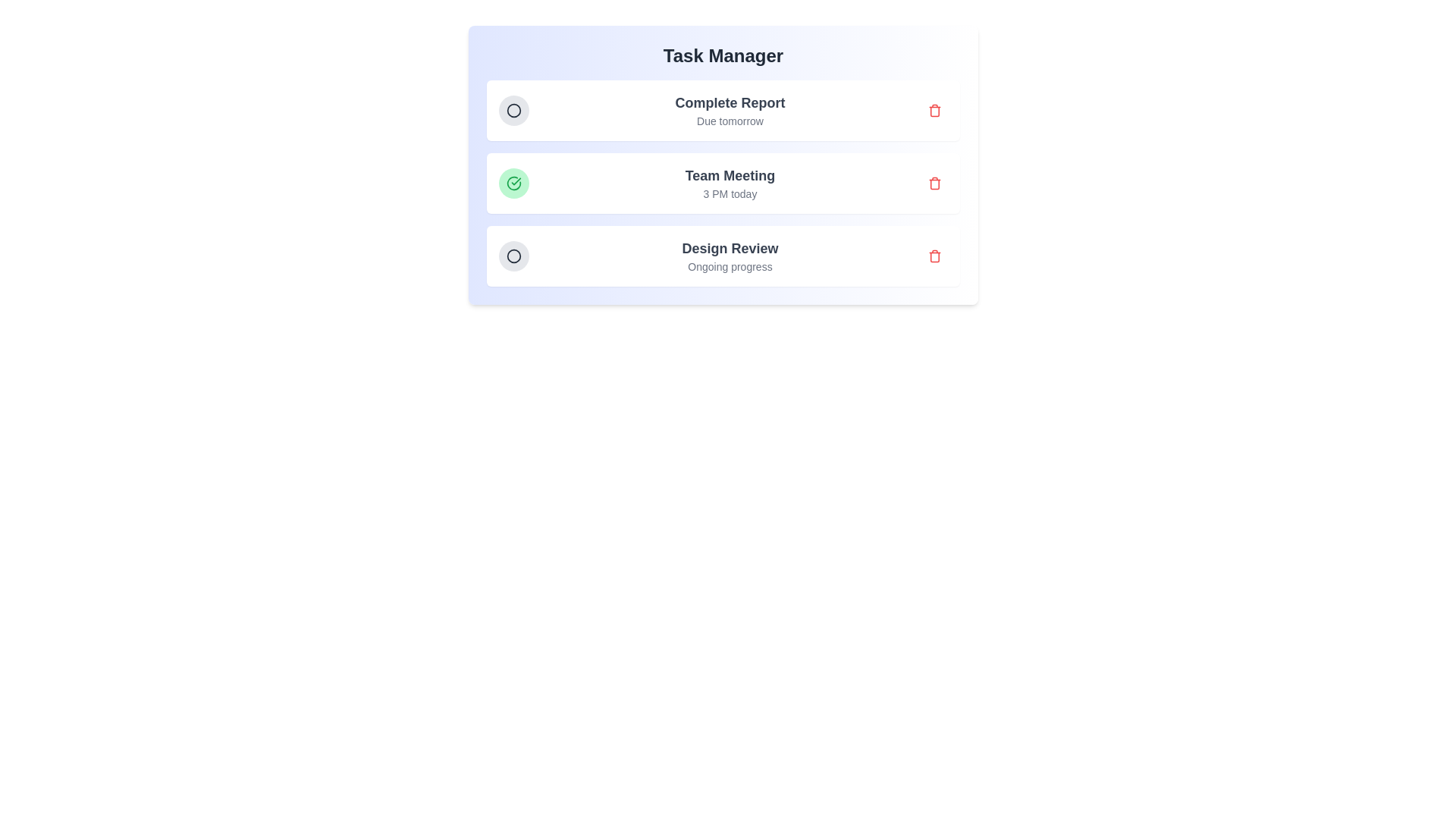 The image size is (1456, 819). What do you see at coordinates (934, 183) in the screenshot?
I see `the red trash icon button located at the far right of the 'Team Meeting' card, which is aligned with the text '3 PM today'` at bounding box center [934, 183].